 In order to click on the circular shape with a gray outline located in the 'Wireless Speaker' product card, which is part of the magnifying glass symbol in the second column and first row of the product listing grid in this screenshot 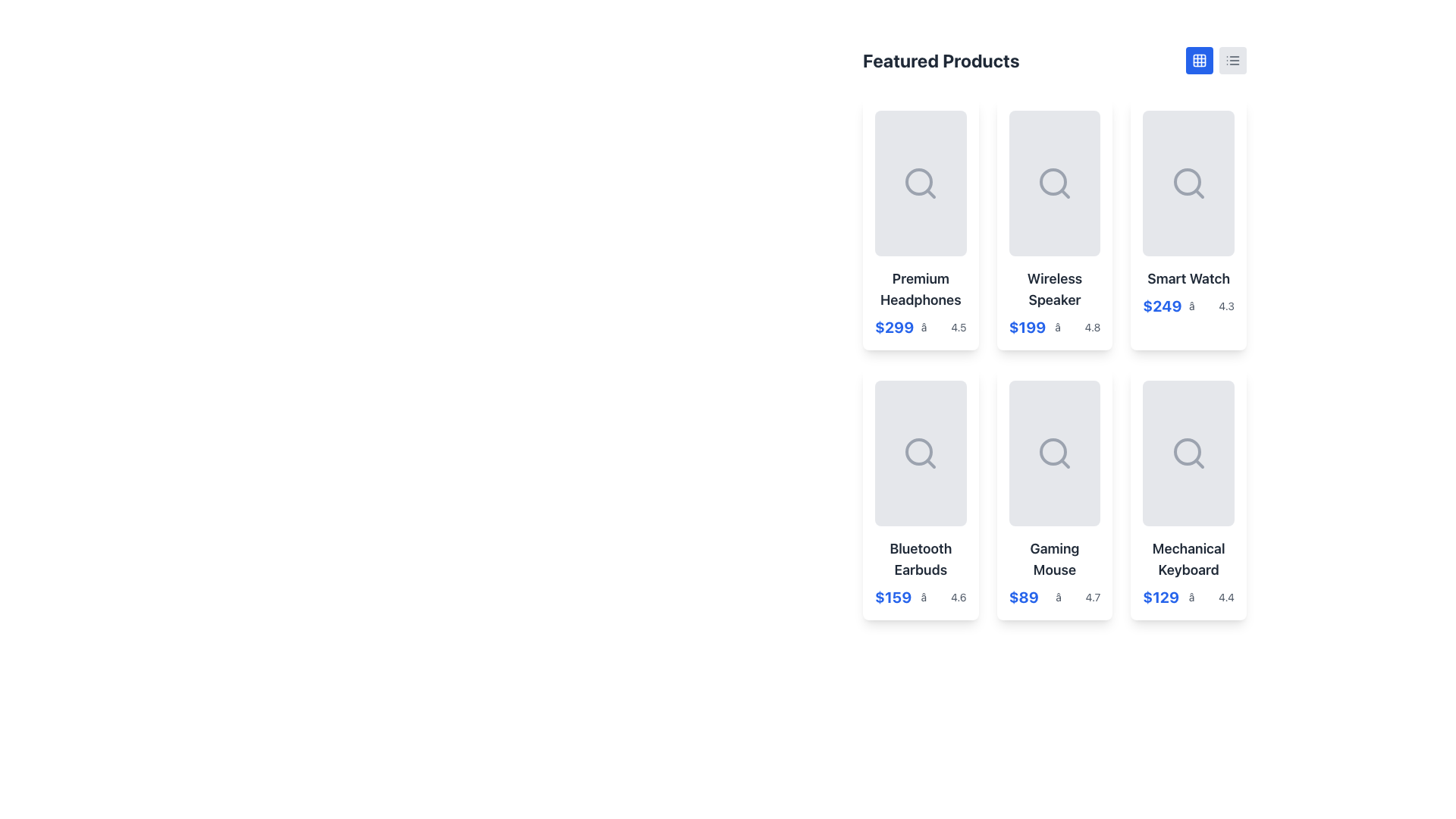, I will do `click(1052, 180)`.